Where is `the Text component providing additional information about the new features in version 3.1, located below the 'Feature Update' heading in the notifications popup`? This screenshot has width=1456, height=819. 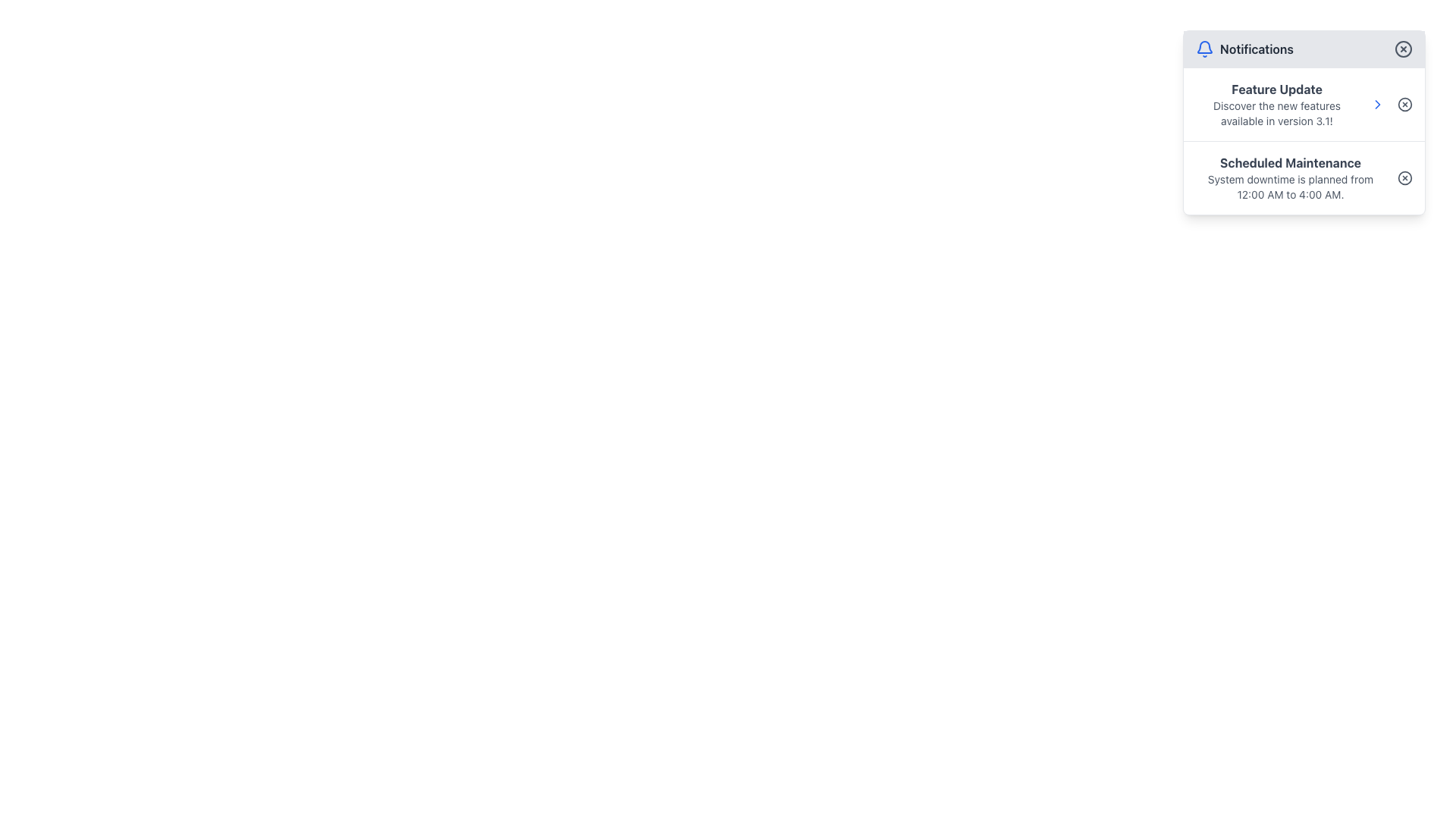
the Text component providing additional information about the new features in version 3.1, located below the 'Feature Update' heading in the notifications popup is located at coordinates (1276, 113).